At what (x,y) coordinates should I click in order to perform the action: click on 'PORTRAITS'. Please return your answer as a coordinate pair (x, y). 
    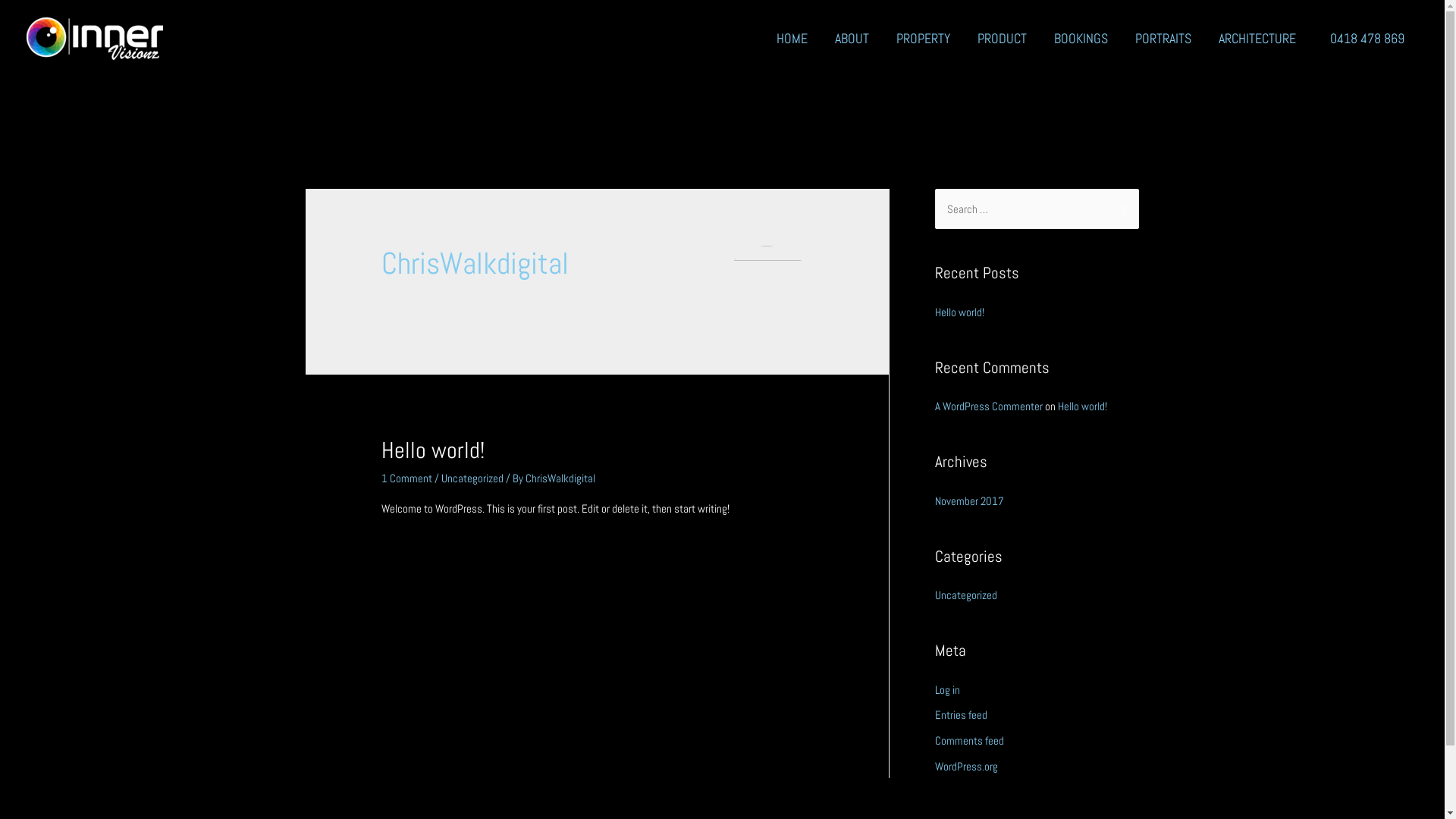
    Looking at the image, I should click on (1163, 37).